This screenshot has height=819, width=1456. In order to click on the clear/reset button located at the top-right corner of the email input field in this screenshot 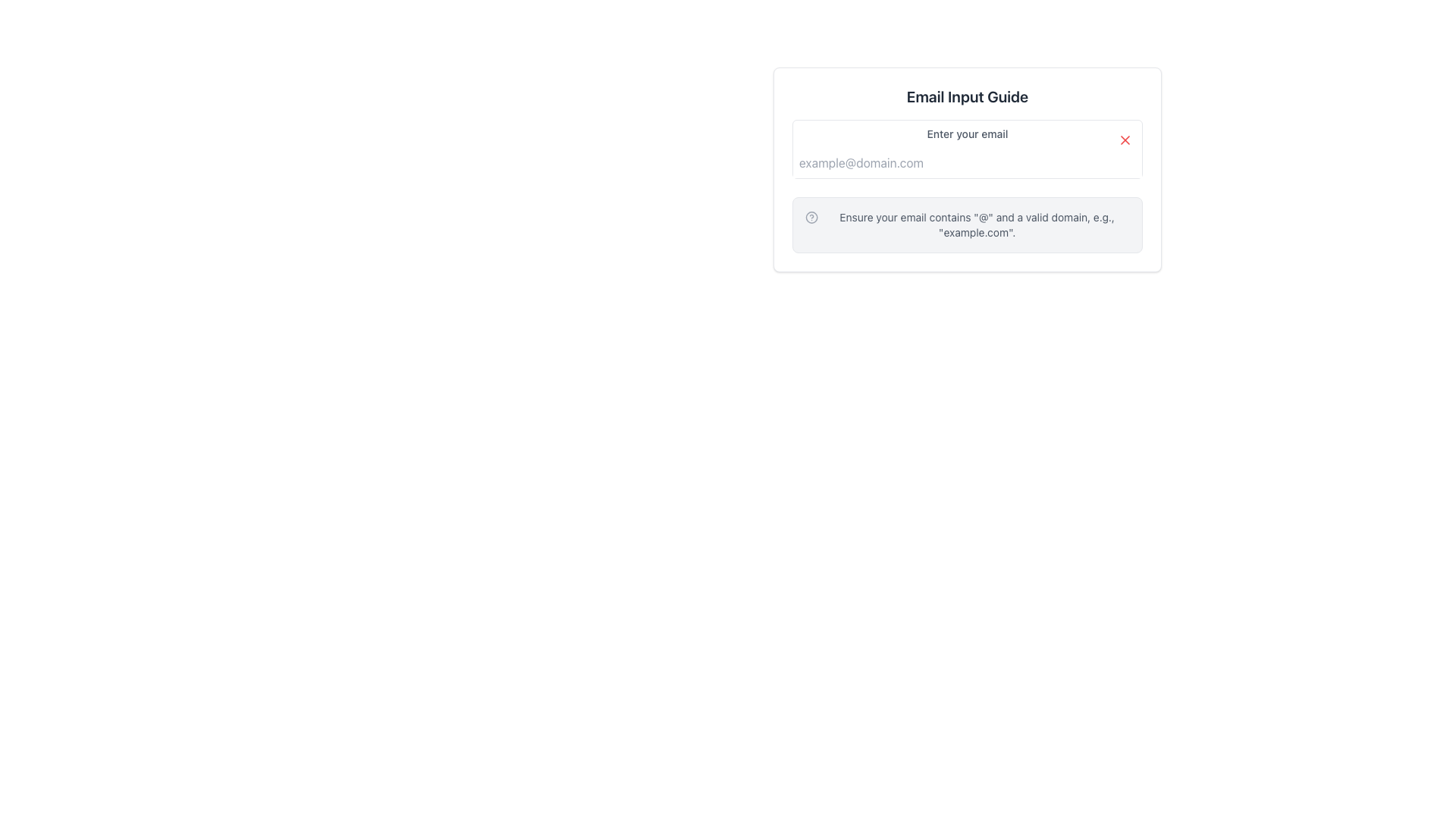, I will do `click(1125, 140)`.